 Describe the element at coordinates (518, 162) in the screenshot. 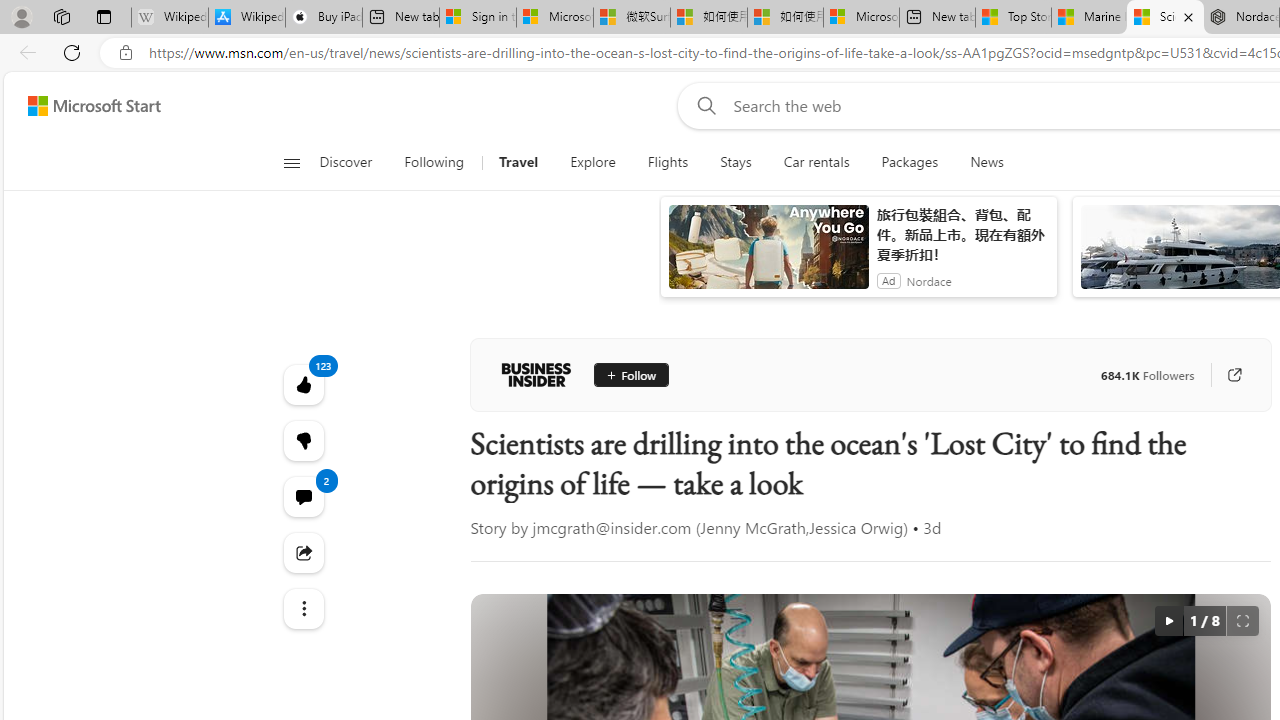

I see `'Travel'` at that location.